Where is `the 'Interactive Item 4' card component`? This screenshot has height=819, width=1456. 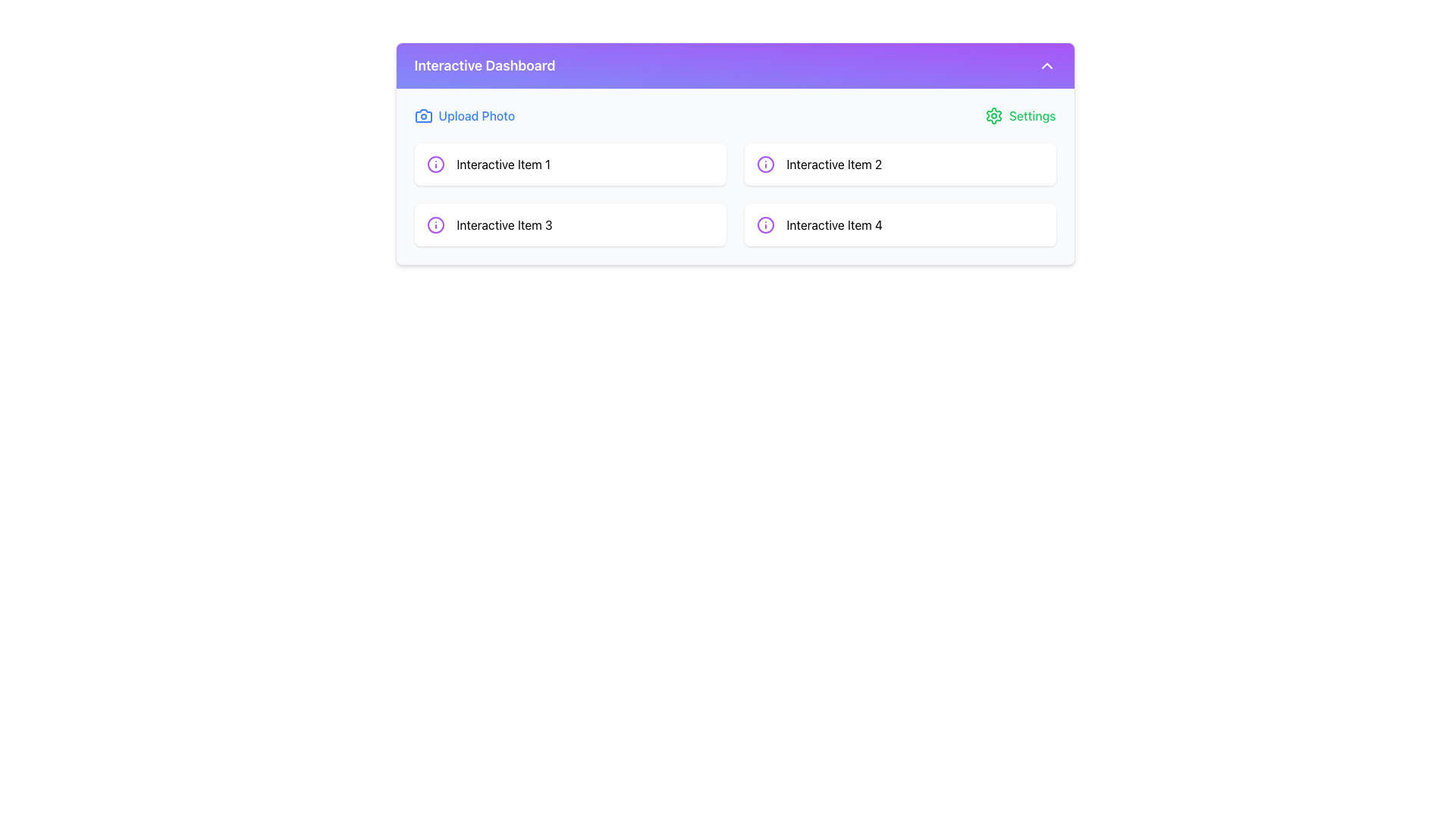 the 'Interactive Item 4' card component is located at coordinates (899, 225).